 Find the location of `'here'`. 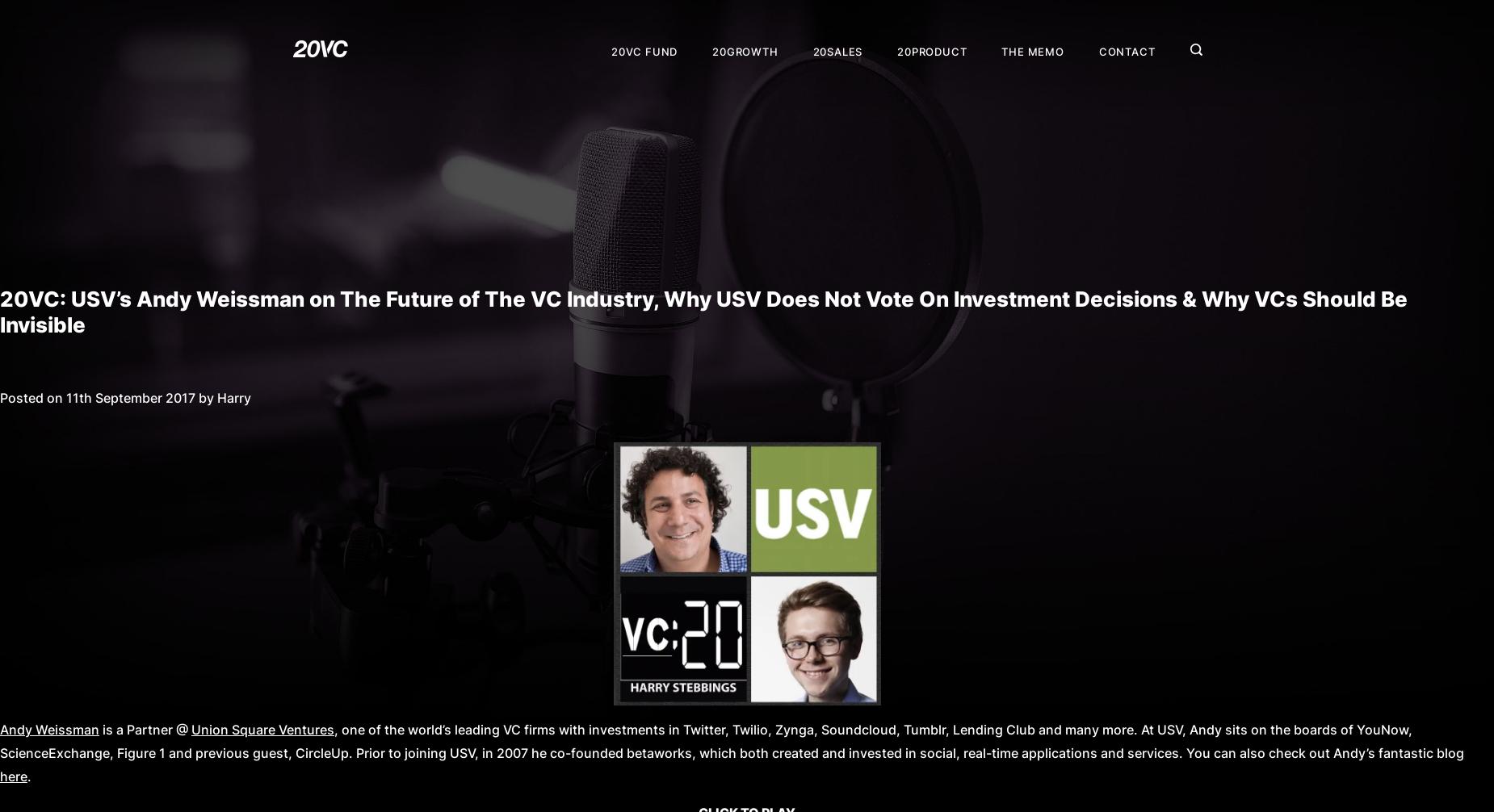

'here' is located at coordinates (13, 776).